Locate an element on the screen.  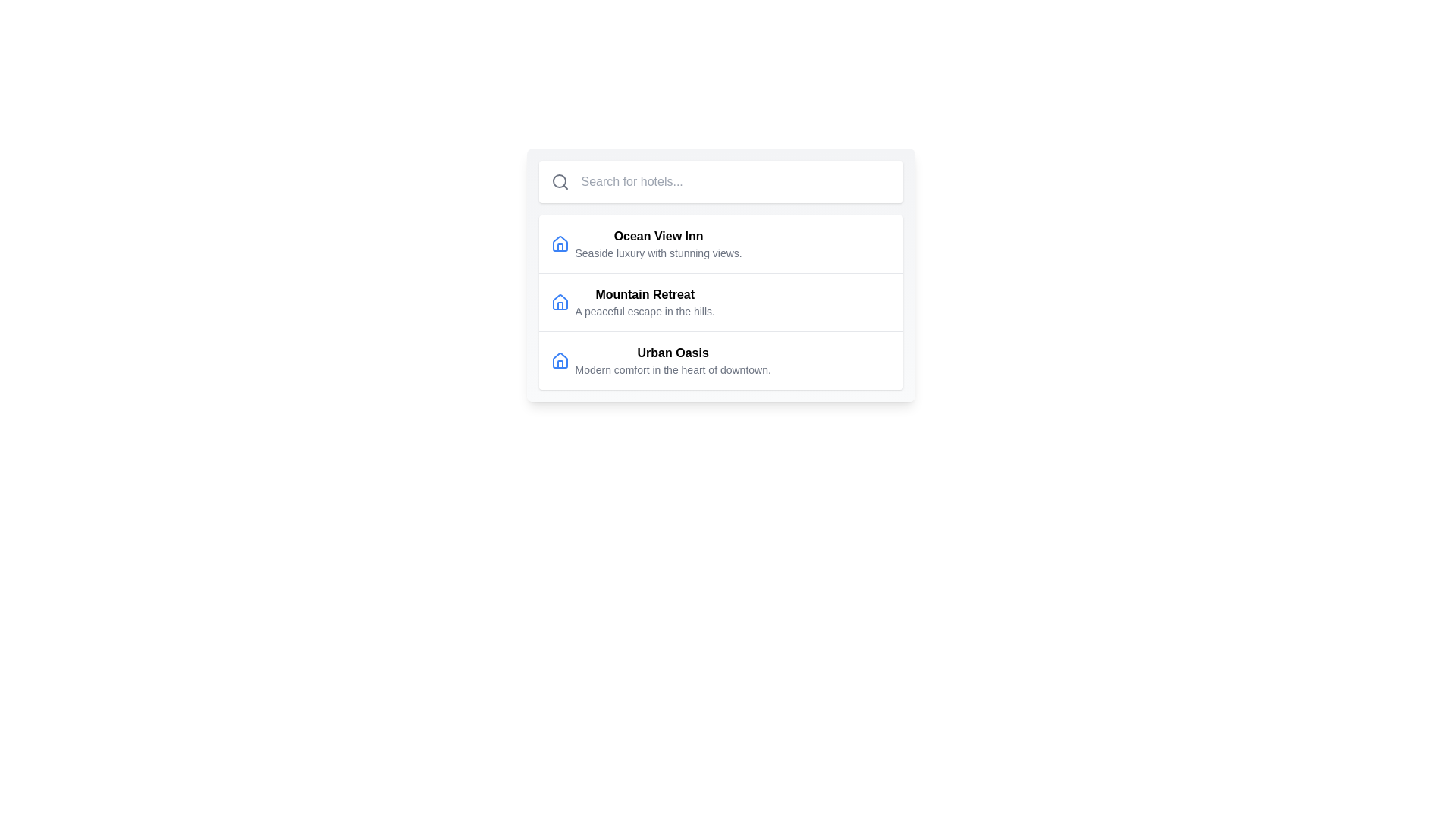
the List item element titled 'Urban Oasis', which features a blue house icon and a description below it is located at coordinates (720, 360).